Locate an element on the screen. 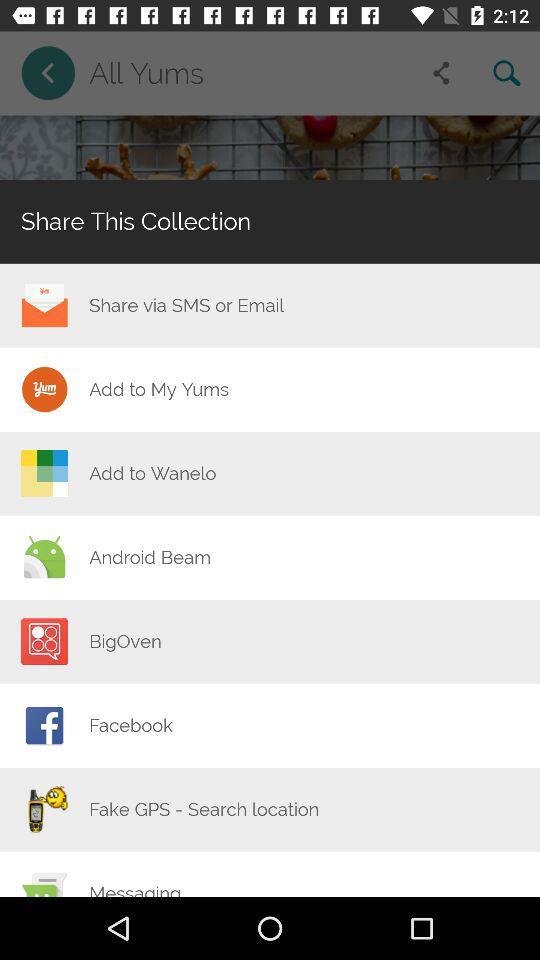  item below facebook is located at coordinates (203, 809).